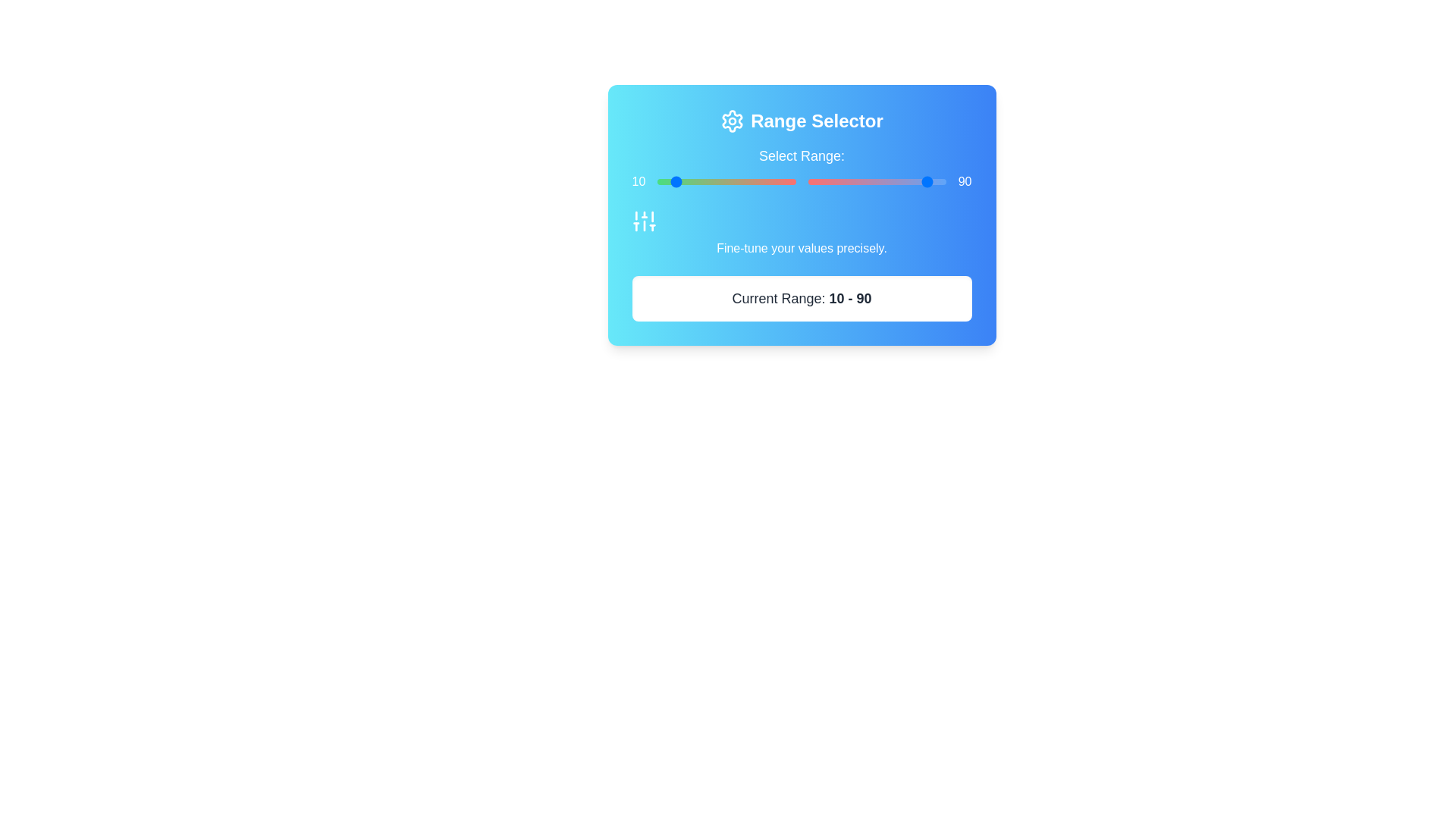  Describe the element at coordinates (761, 180) in the screenshot. I see `the slider to set the value to 36` at that location.